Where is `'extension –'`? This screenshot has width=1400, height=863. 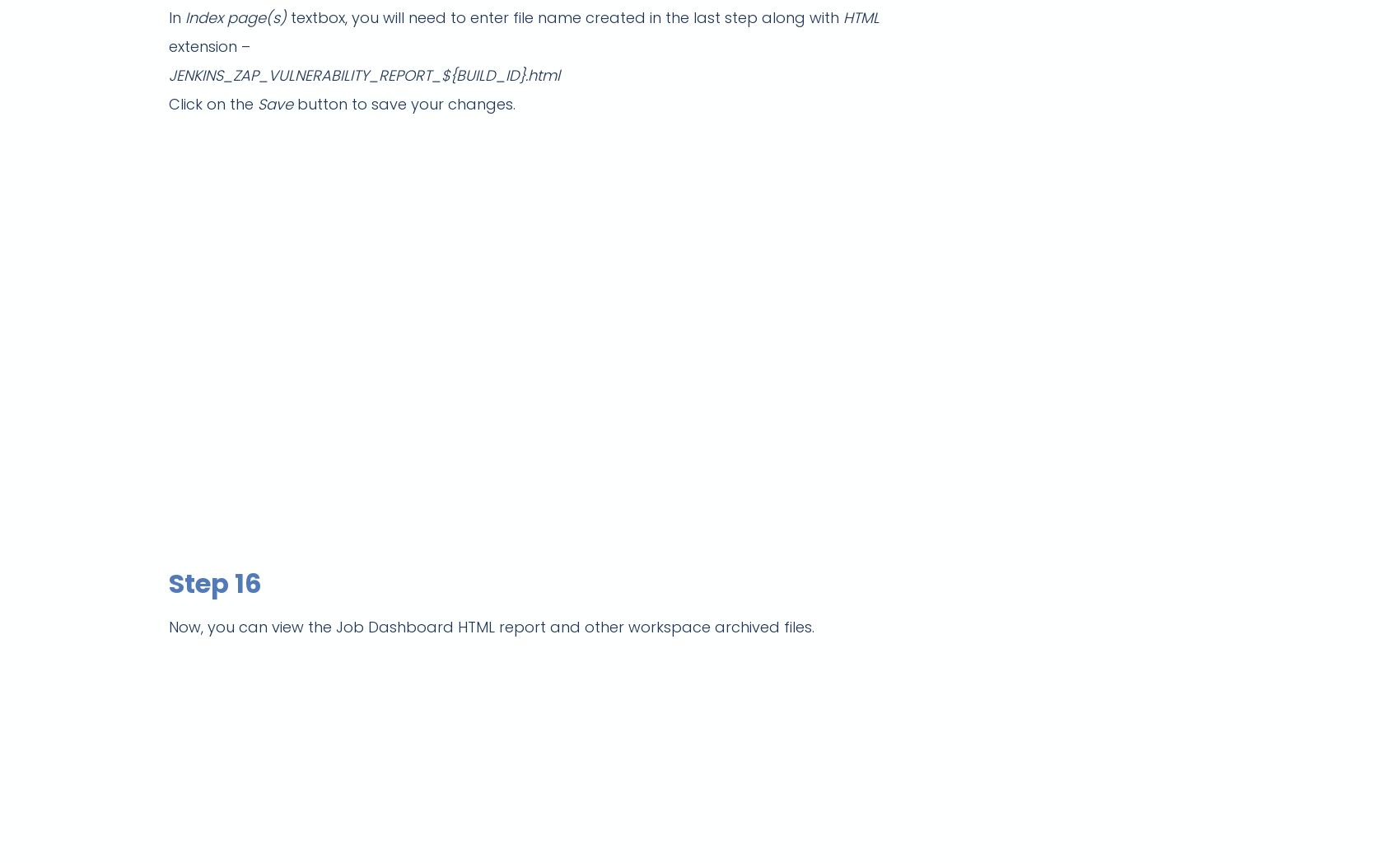
'extension –' is located at coordinates (168, 46).